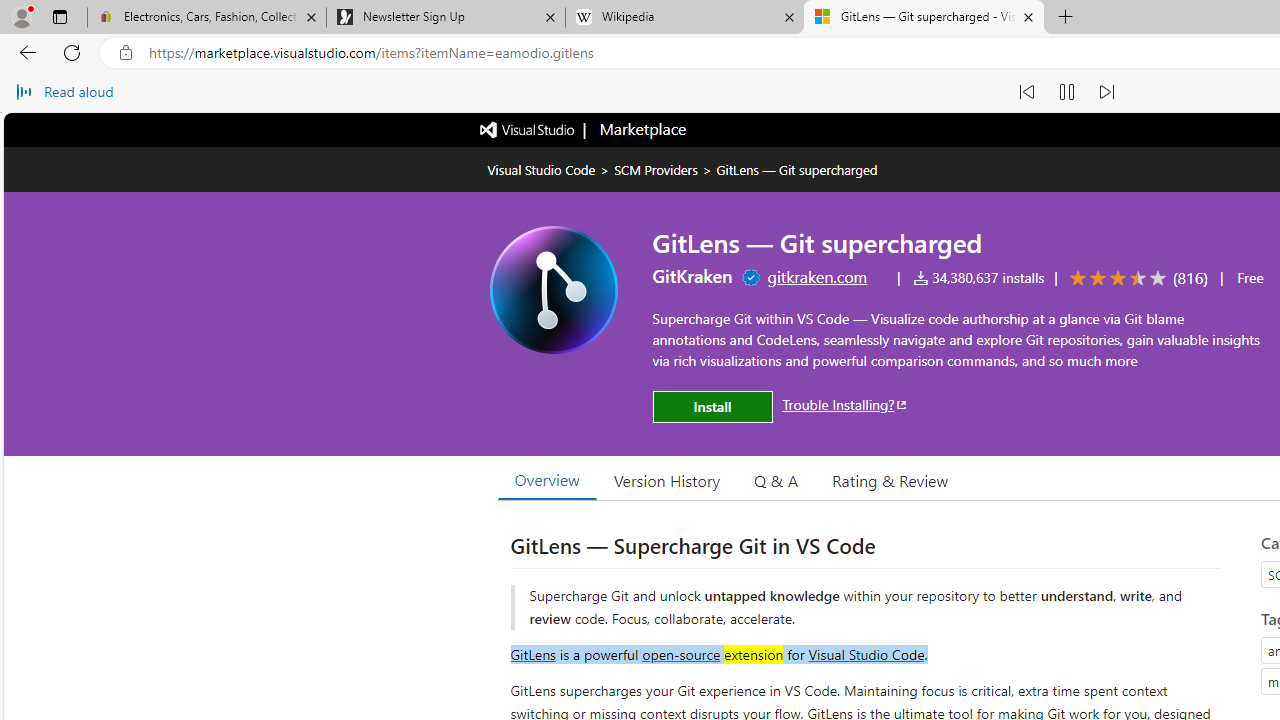 This screenshot has width=1280, height=720. Describe the element at coordinates (528, 128) in the screenshot. I see `'Visual Studio logo'` at that location.